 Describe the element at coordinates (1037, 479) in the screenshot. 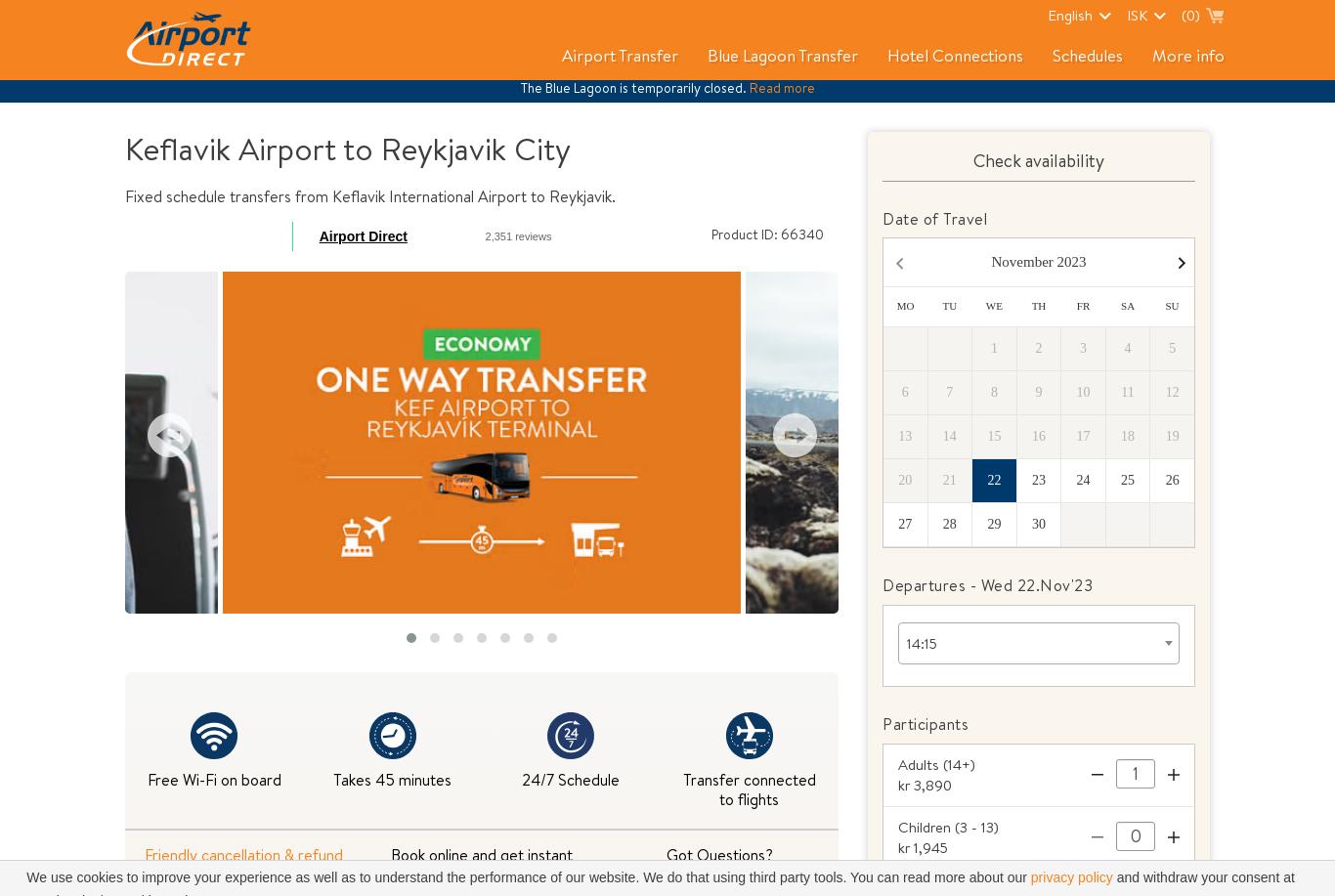

I see `'23'` at that location.